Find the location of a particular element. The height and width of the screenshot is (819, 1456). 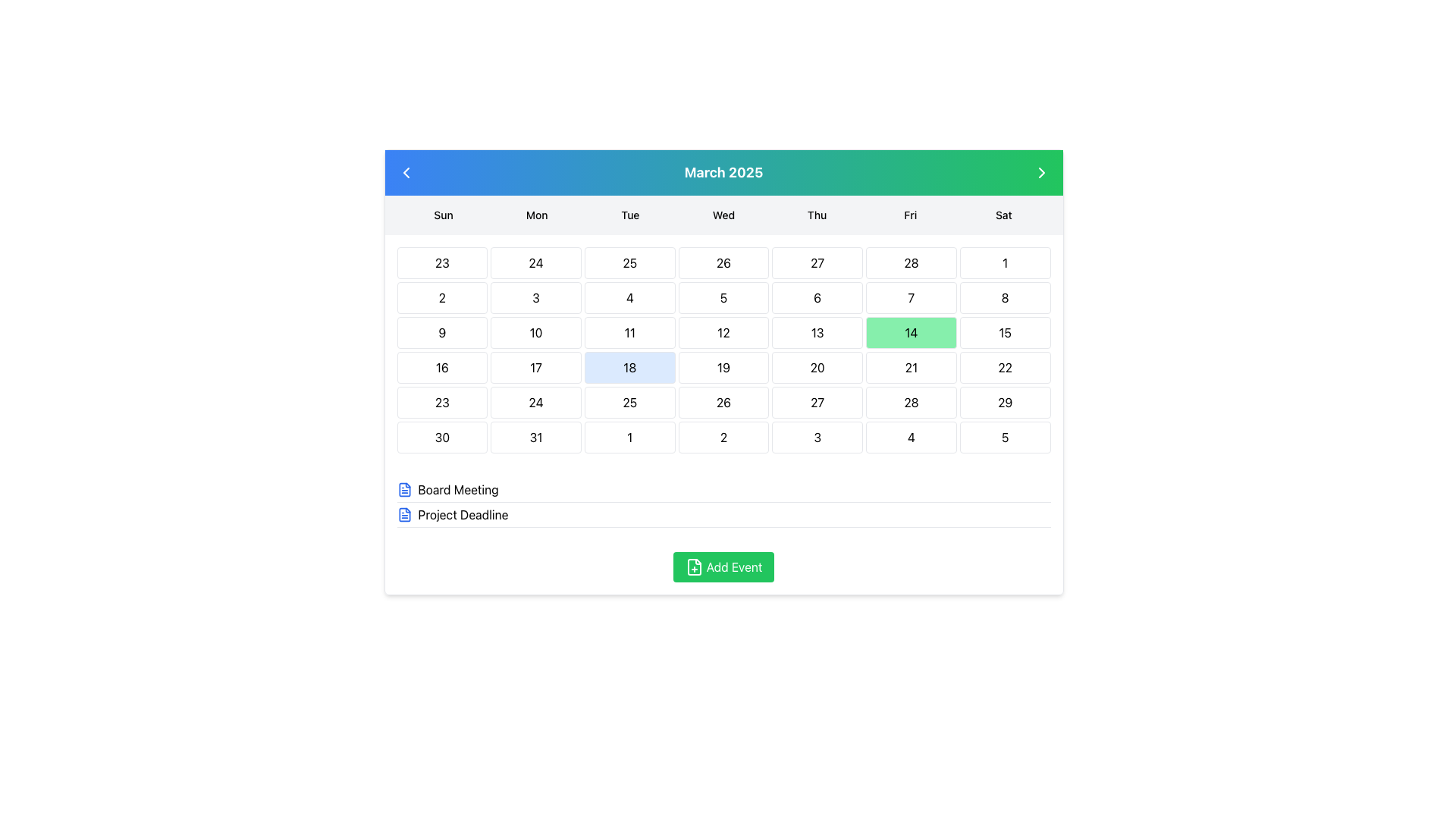

the square-shaped button with a white background, black border, and rounded corners containing the text '11' is located at coordinates (629, 332).